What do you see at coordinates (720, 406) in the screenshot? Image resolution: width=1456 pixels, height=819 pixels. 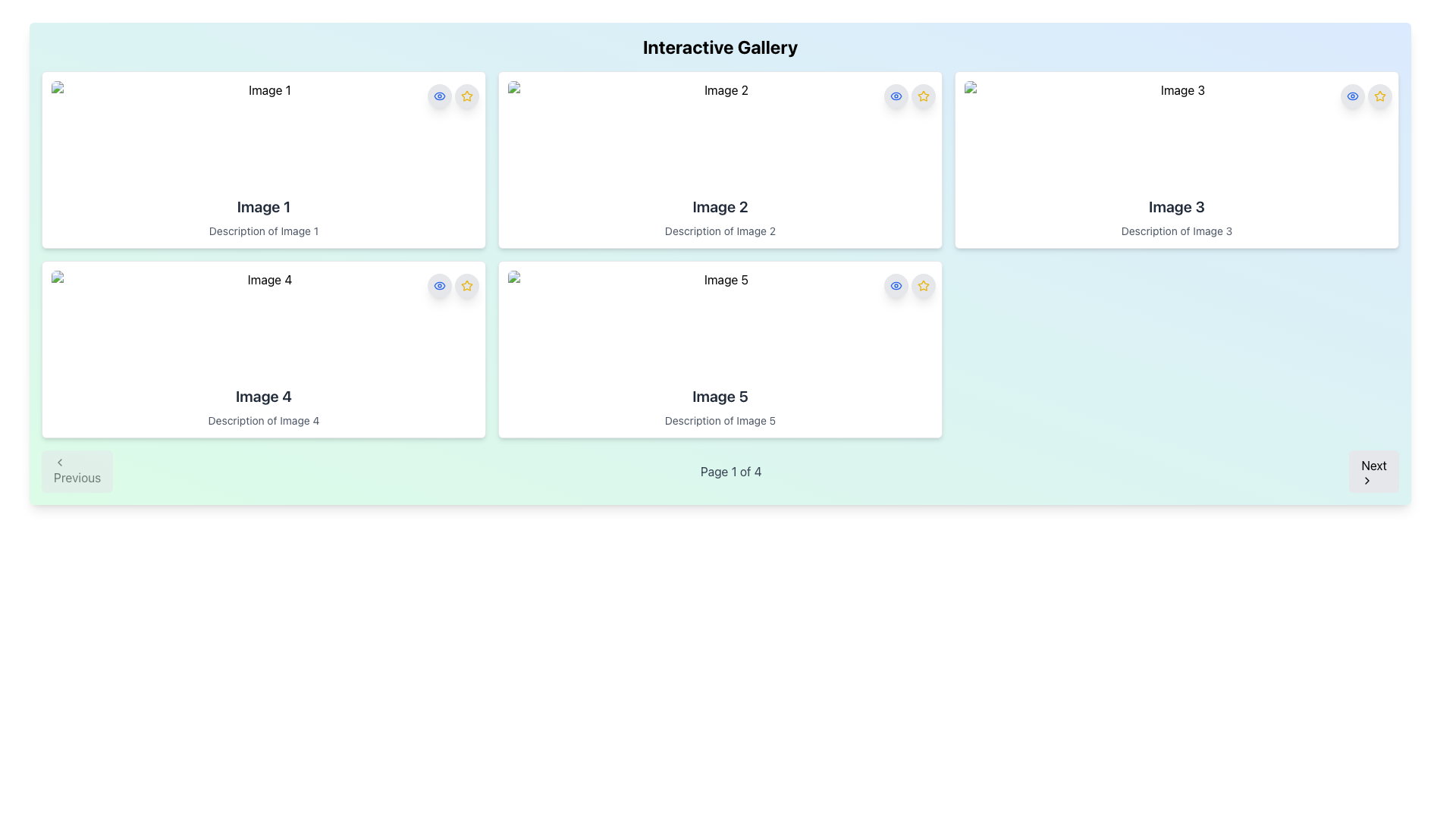 I see `the nearby elements of the text content area titled 'Image 5', located at the bottom right of the gallery card` at bounding box center [720, 406].